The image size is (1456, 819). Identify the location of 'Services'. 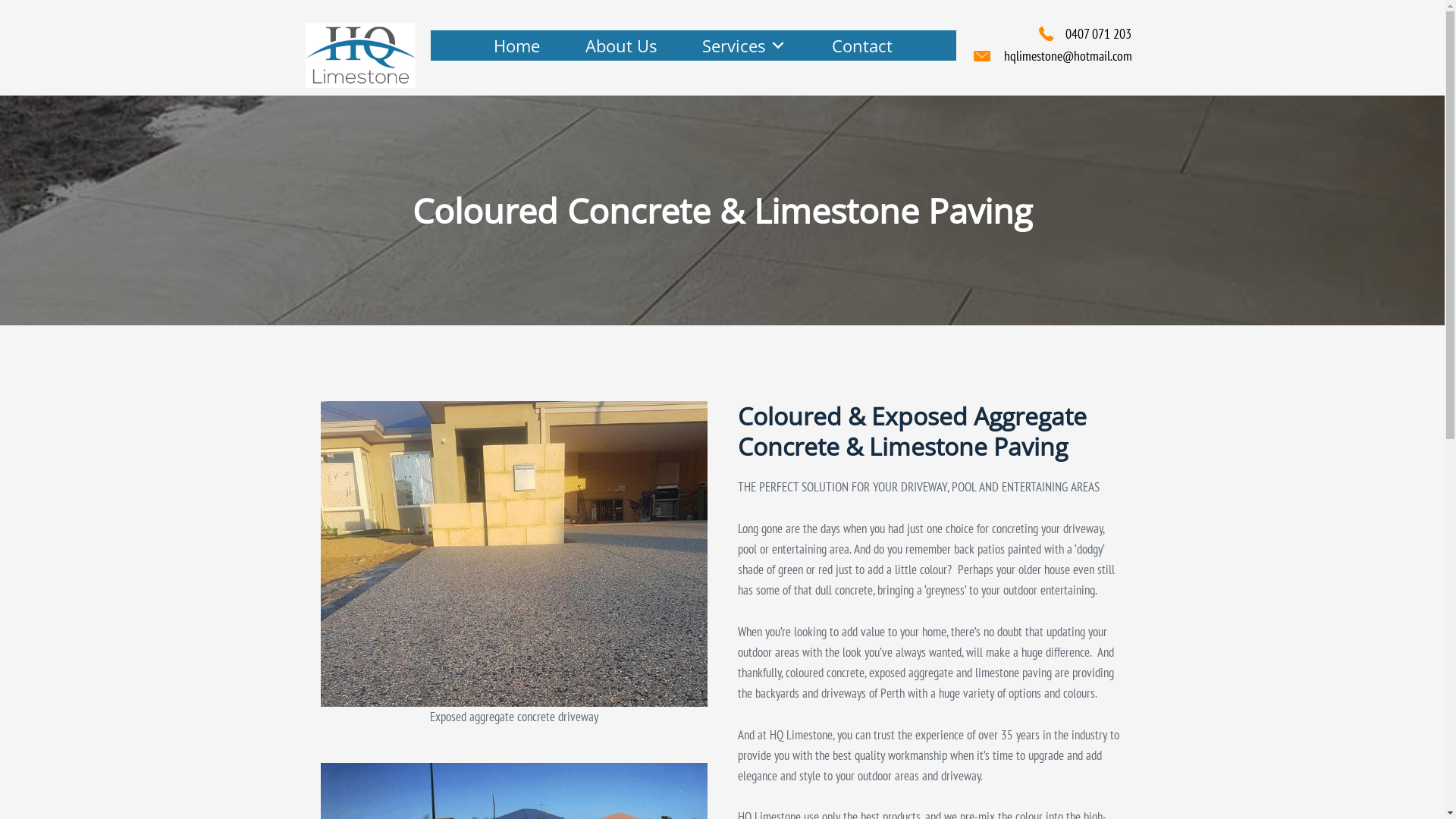
(744, 45).